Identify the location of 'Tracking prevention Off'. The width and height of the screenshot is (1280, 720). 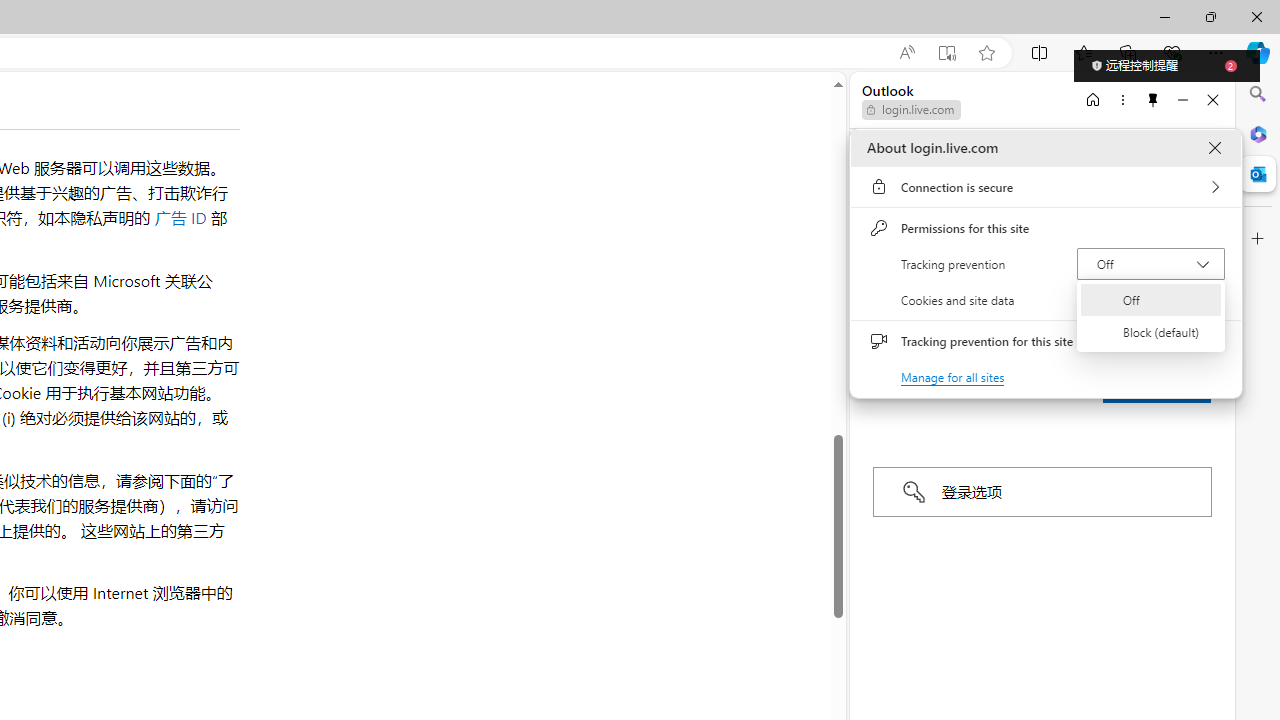
(1150, 262).